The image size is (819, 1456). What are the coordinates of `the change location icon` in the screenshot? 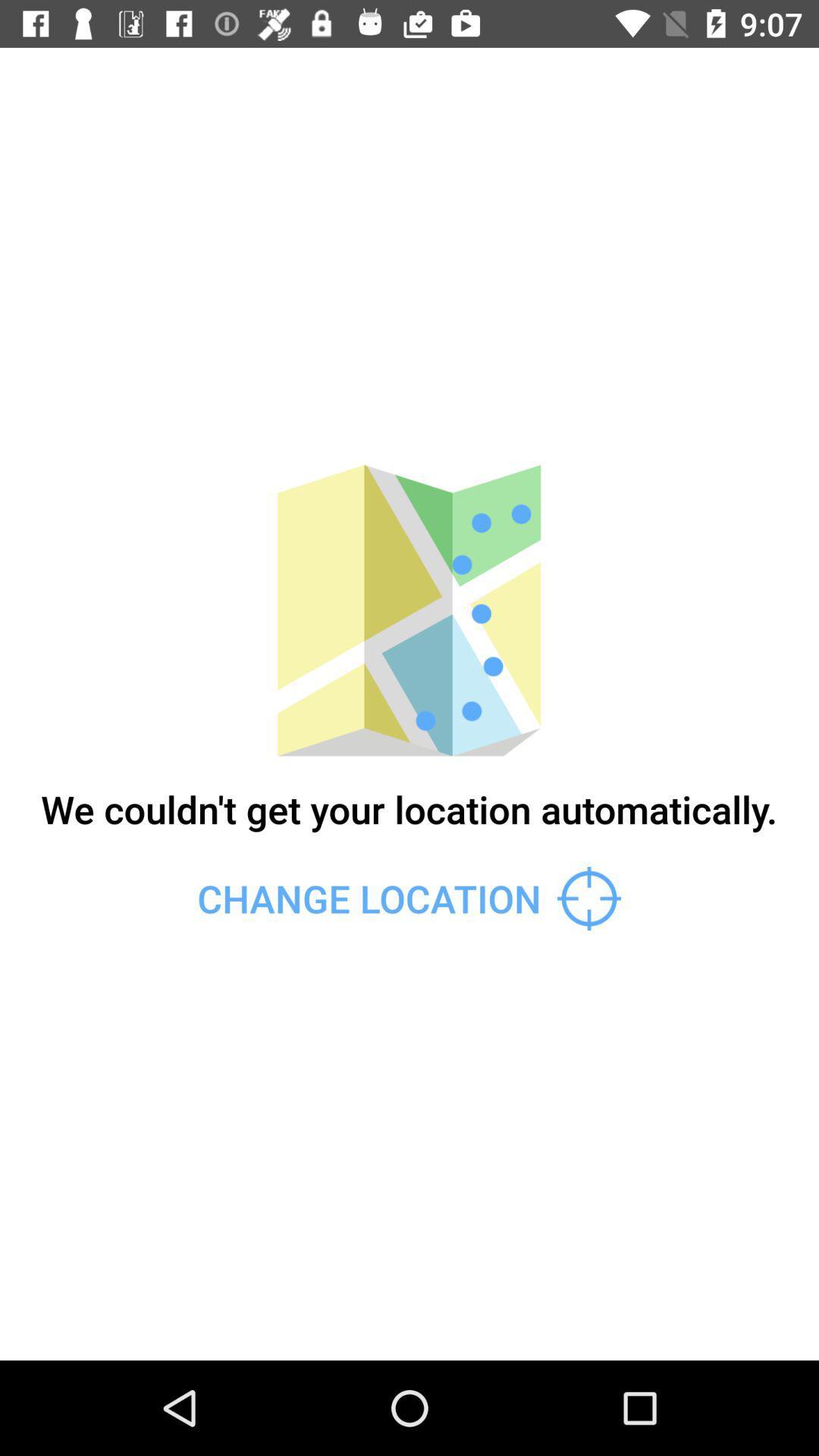 It's located at (408, 899).